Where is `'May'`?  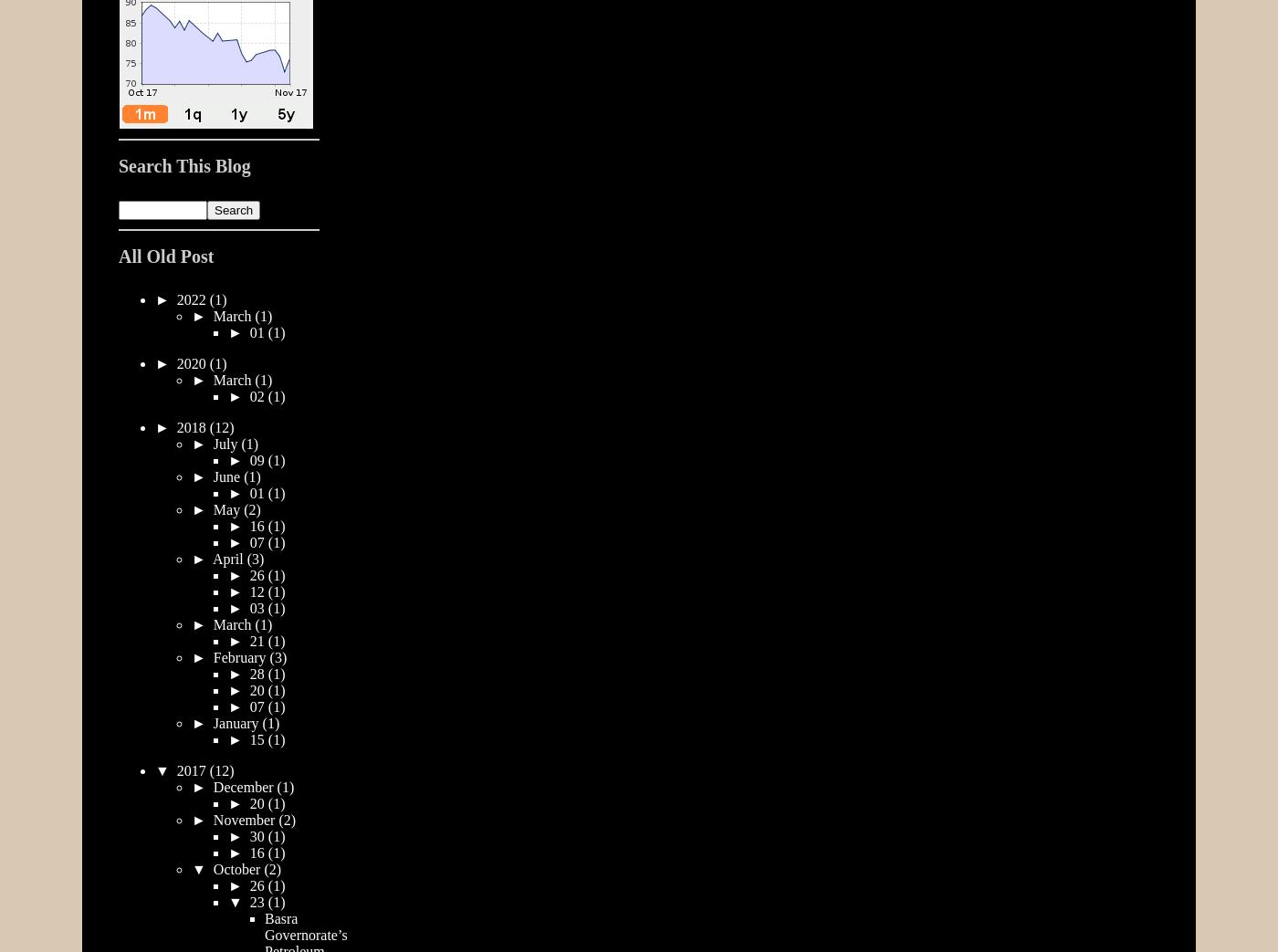 'May' is located at coordinates (228, 508).